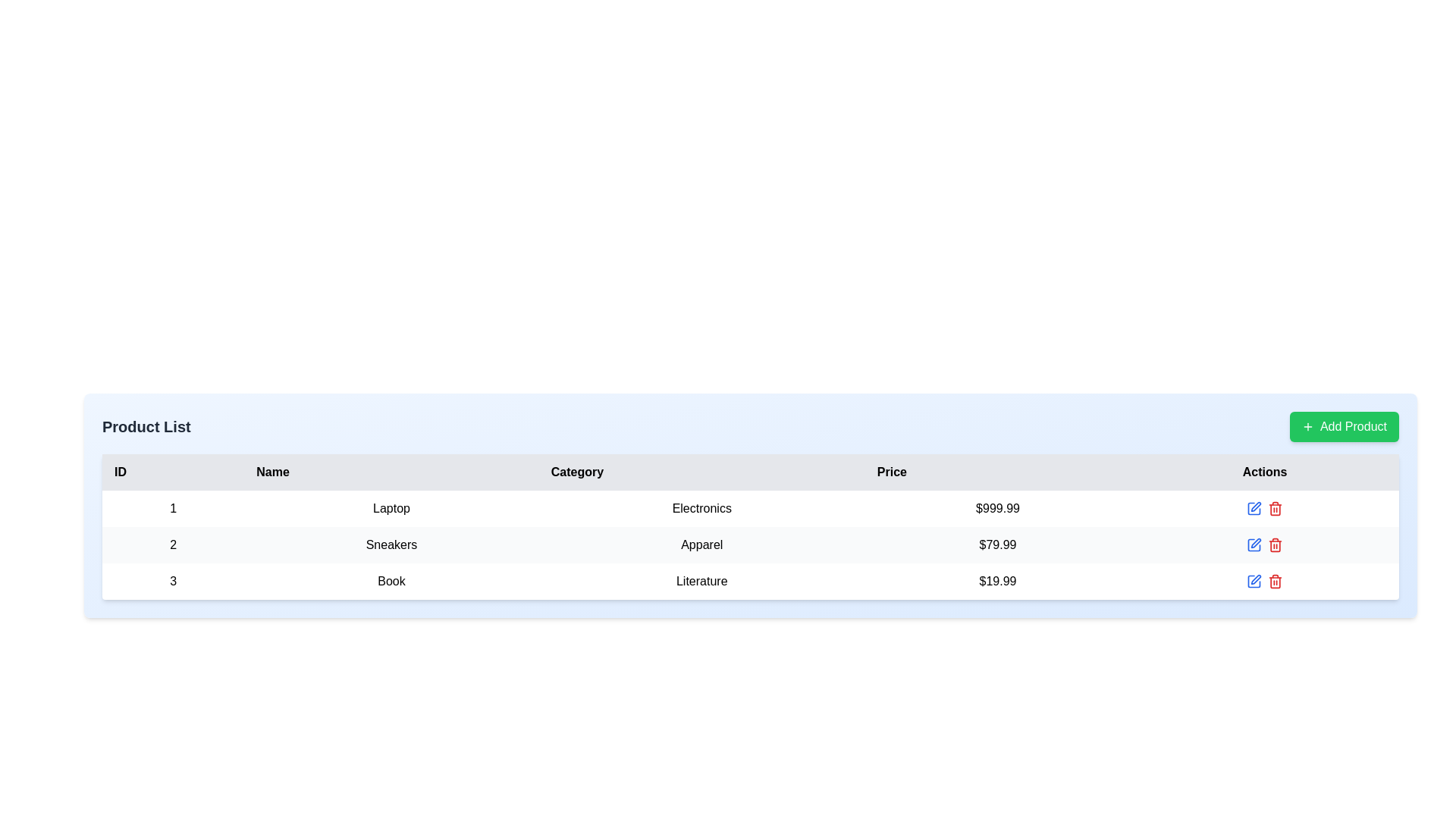 The height and width of the screenshot is (819, 1456). I want to click on the small green plus sign icon within the 'Add Product' button in the top-right section of the display, so click(1307, 427).